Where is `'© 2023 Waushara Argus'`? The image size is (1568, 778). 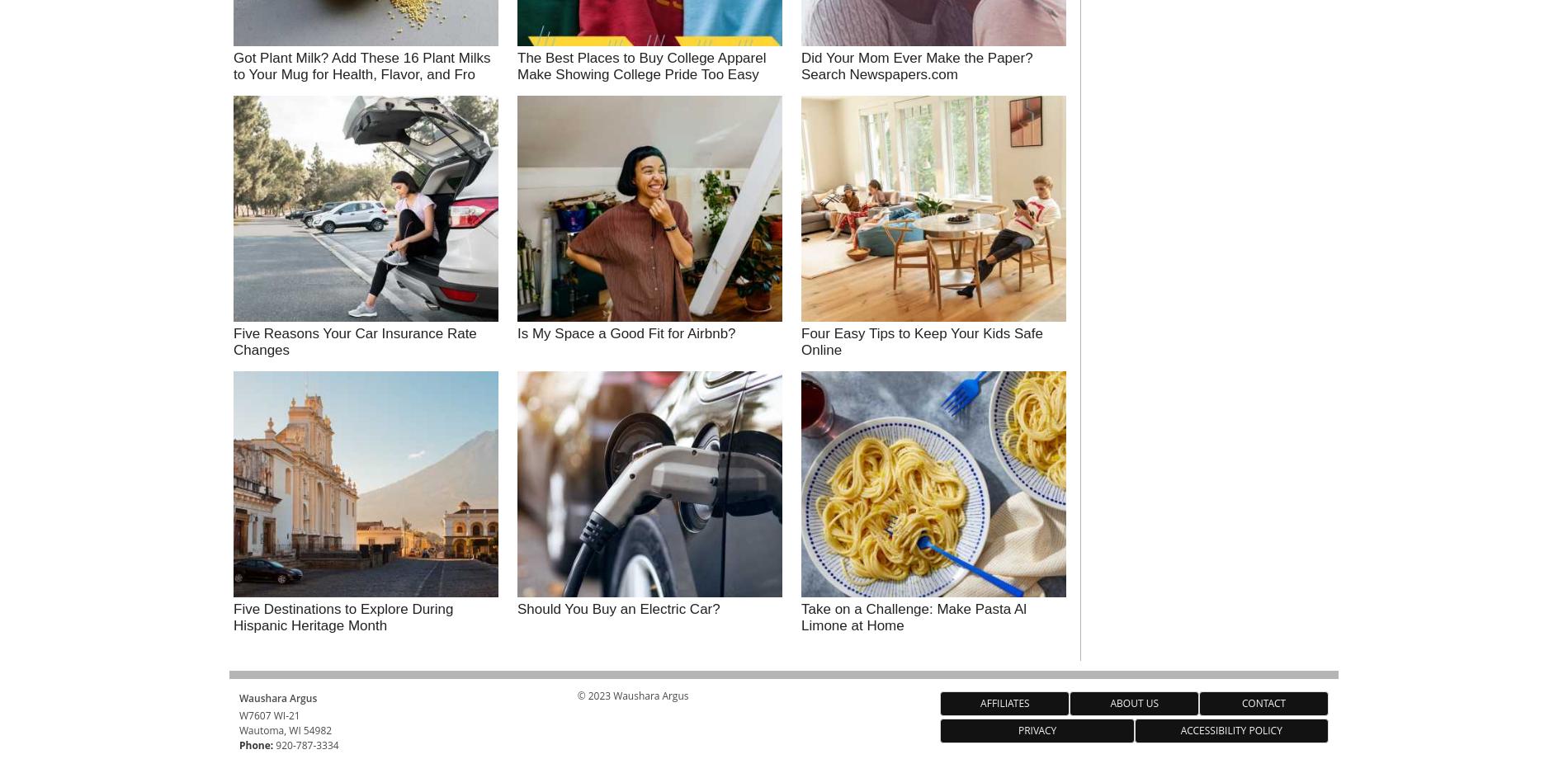 '© 2023 Waushara Argus' is located at coordinates (631, 695).